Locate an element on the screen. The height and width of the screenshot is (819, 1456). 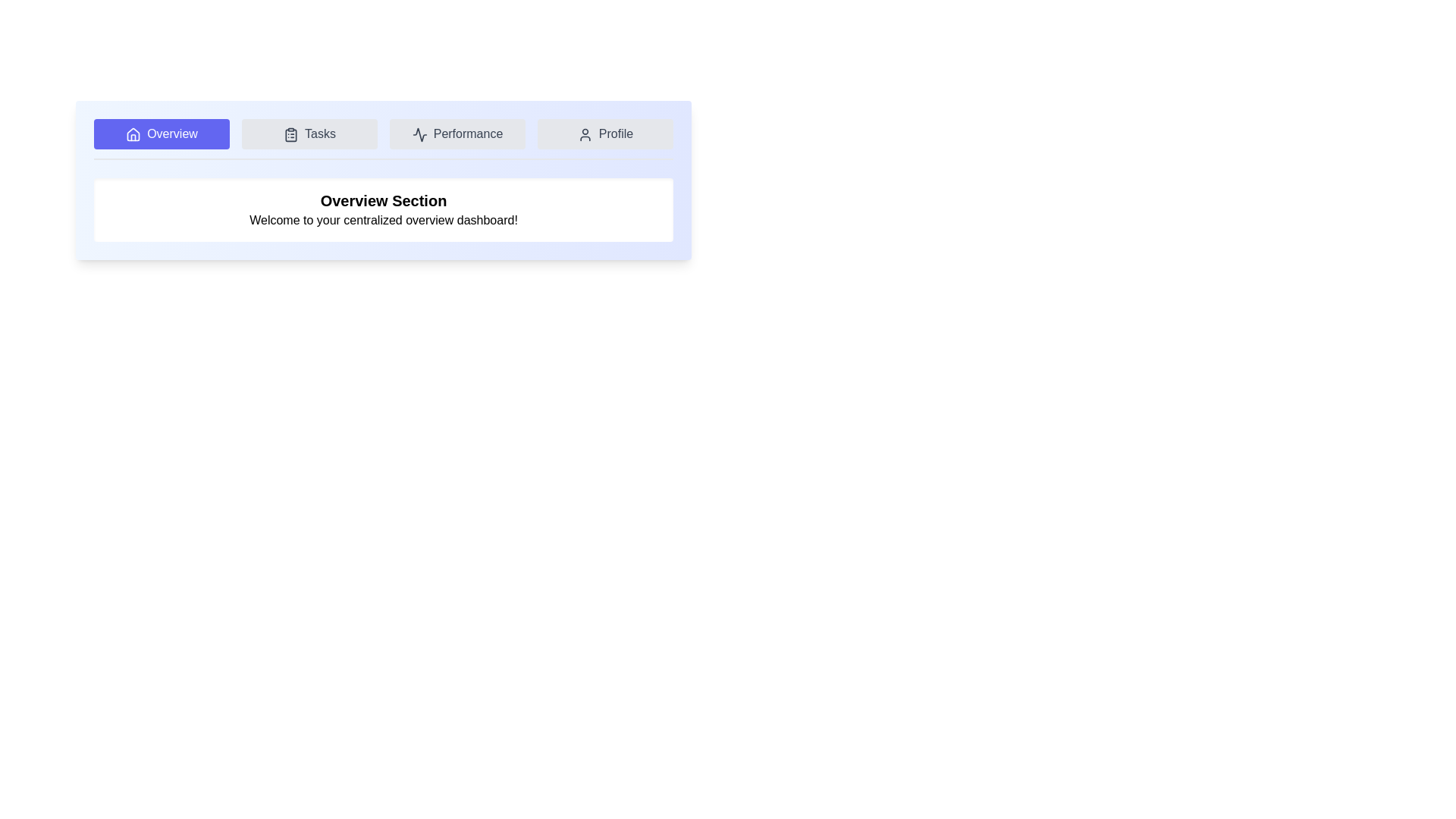
the first button in the horizontal navigation bar at the top-left section of the interface is located at coordinates (162, 133).